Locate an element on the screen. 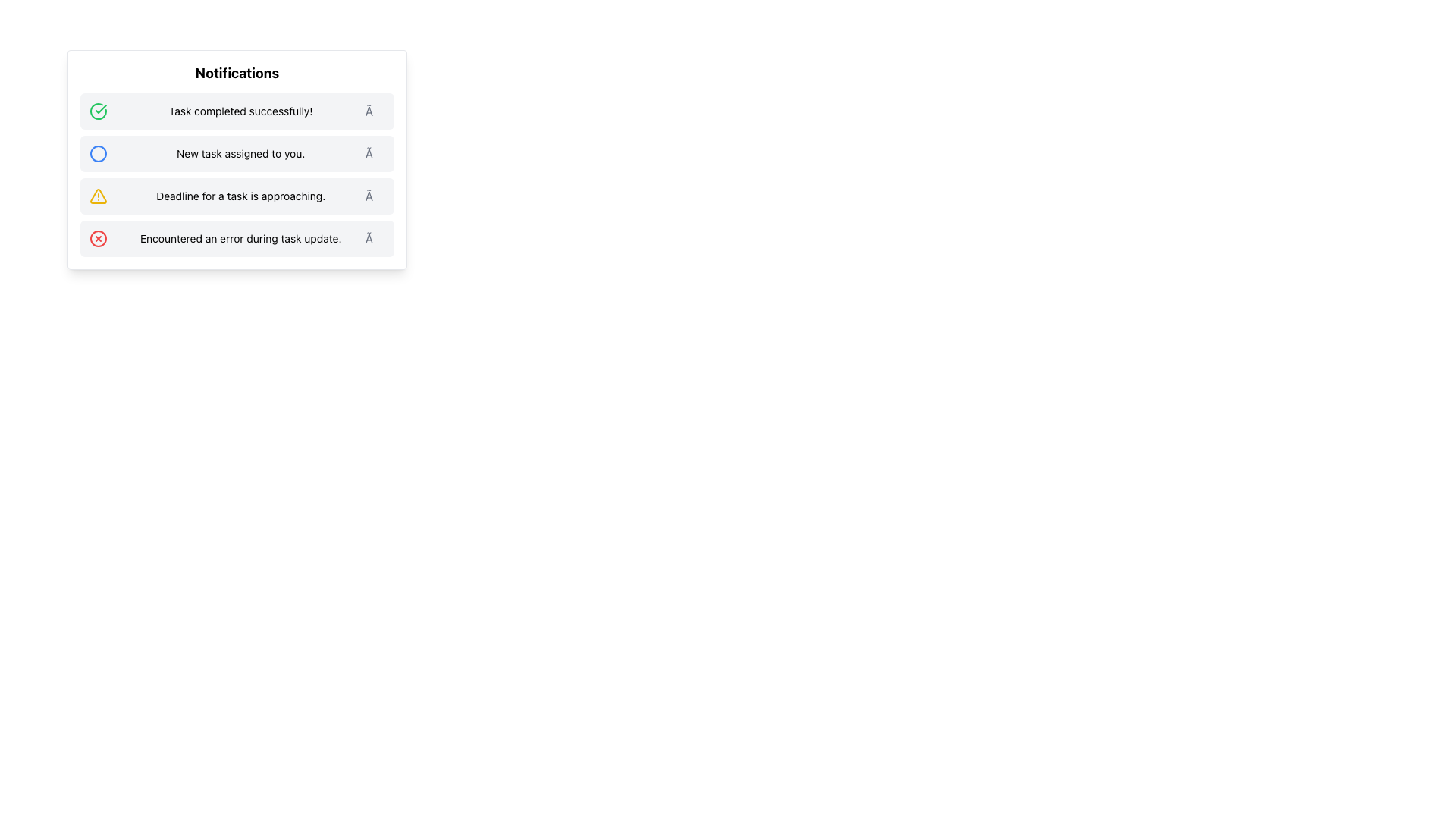 Image resolution: width=1456 pixels, height=819 pixels. success status text of the first notification item, which is centrally positioned within the notification box and accompanied by a checkmark icon to its left and a close button to its right is located at coordinates (240, 110).